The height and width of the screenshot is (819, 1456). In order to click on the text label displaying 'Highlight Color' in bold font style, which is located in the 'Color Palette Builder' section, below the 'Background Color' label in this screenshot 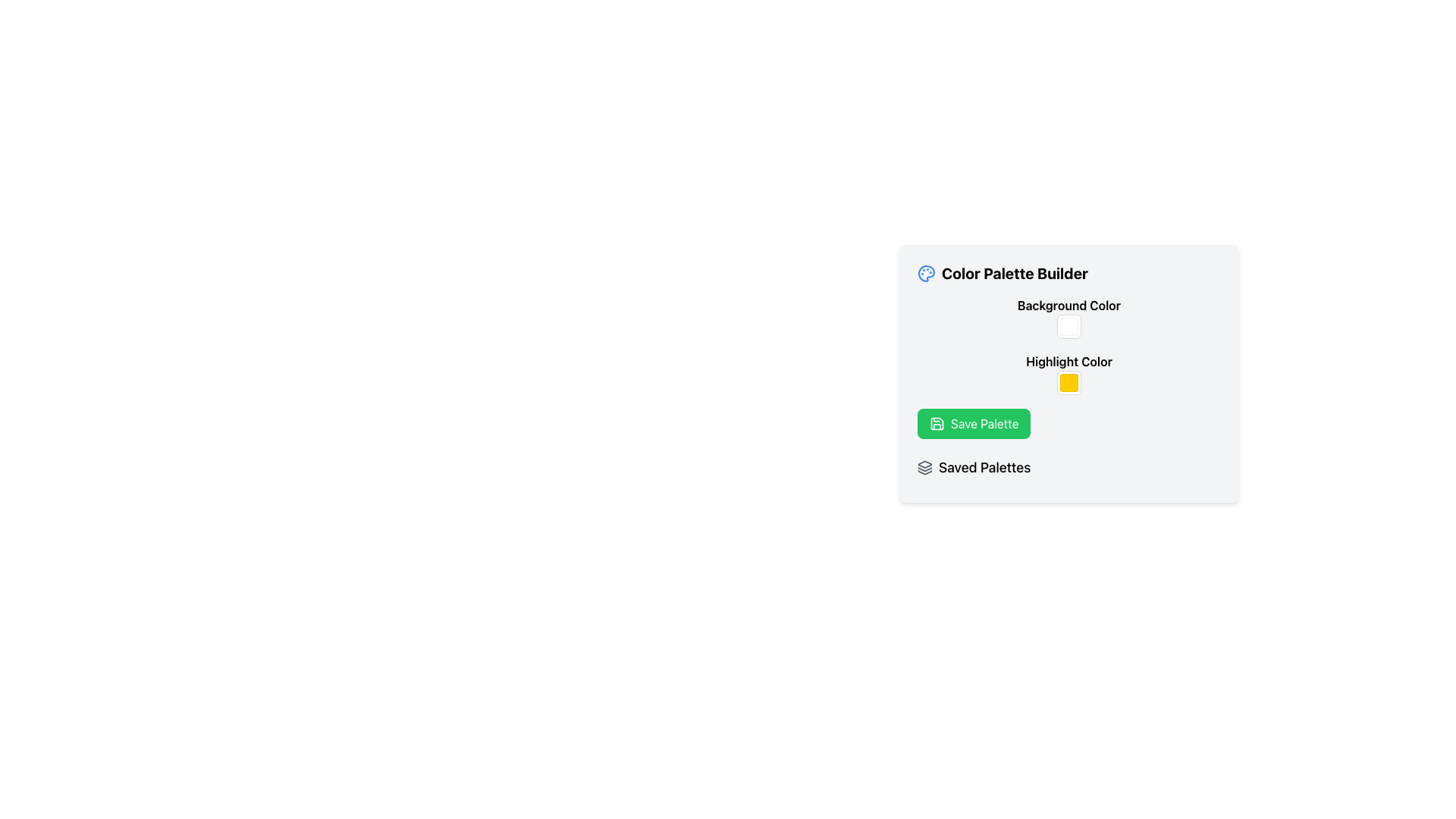, I will do `click(1068, 362)`.